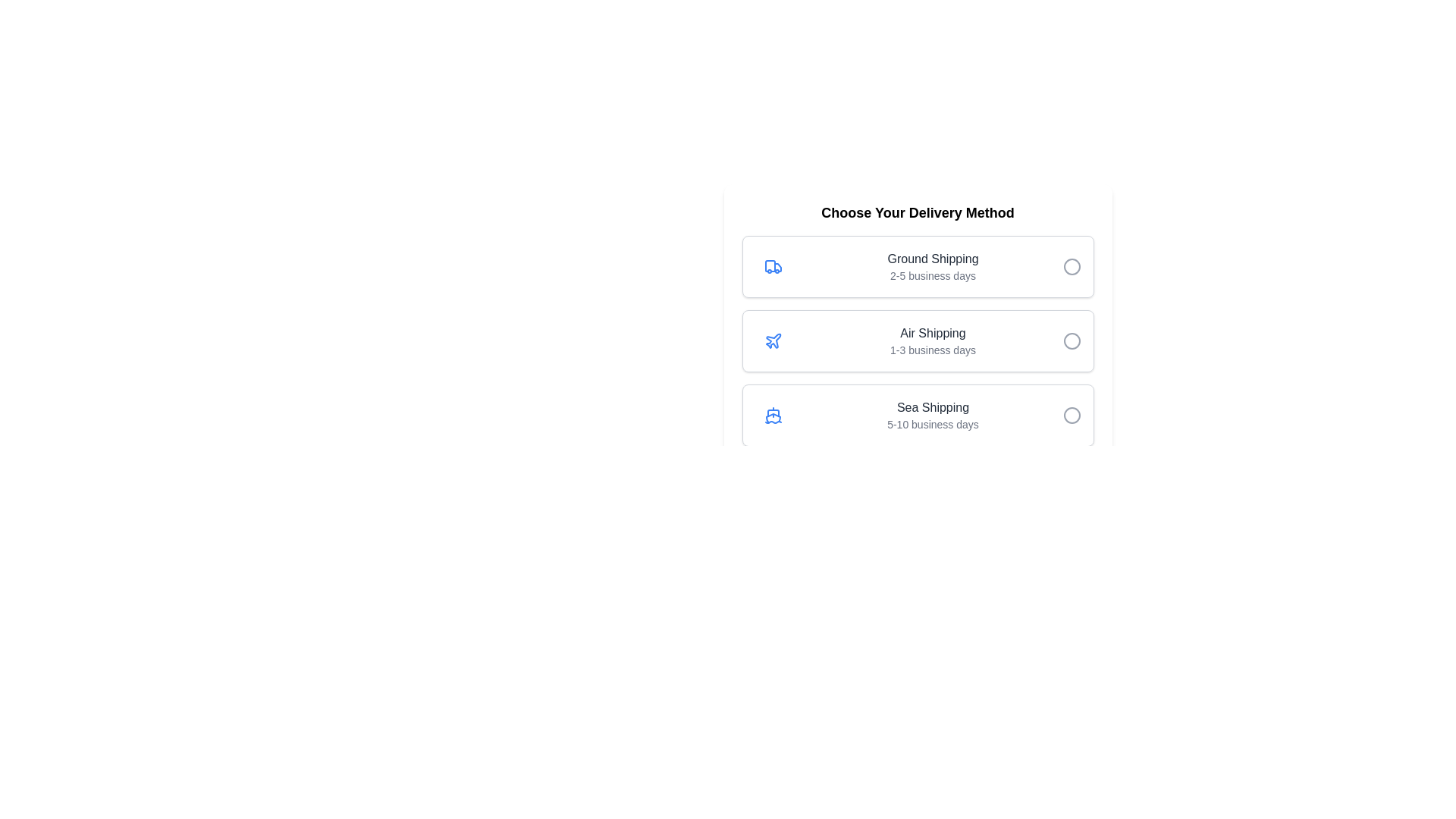 This screenshot has height=819, width=1456. Describe the element at coordinates (773, 265) in the screenshot. I see `the blue truck-shaped icon located in the top-left area of the 'Ground Shipping' option block` at that location.